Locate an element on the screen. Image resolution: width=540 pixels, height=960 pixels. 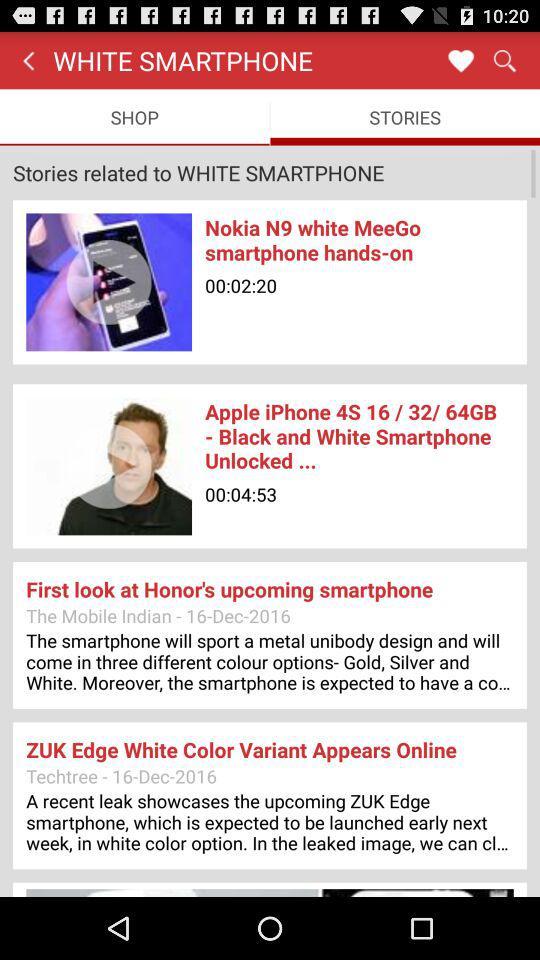
app next to the white smartphone is located at coordinates (460, 59).